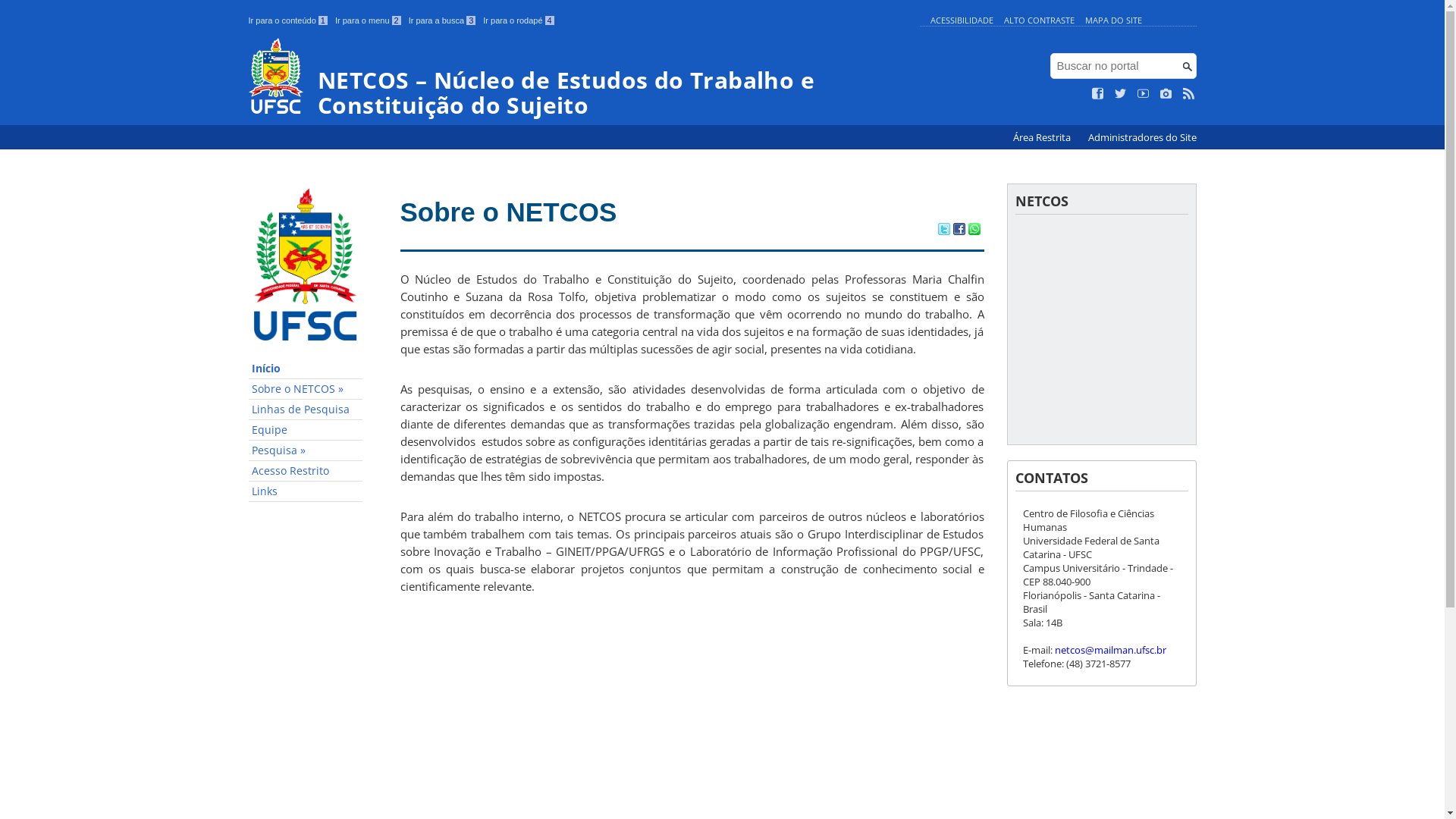  I want to click on 'Equipe', so click(305, 430).